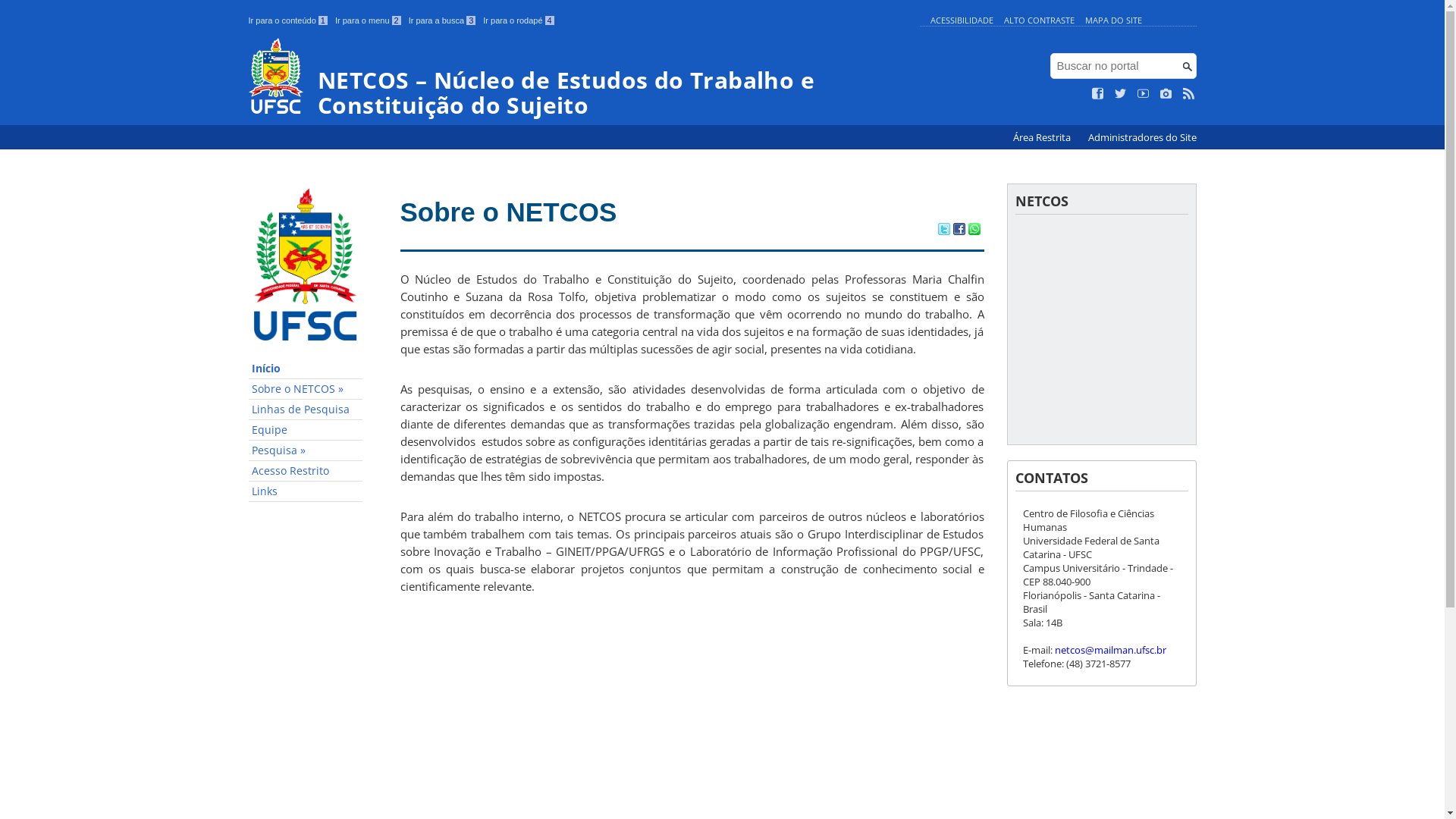  I want to click on 'Equipe', so click(305, 430).